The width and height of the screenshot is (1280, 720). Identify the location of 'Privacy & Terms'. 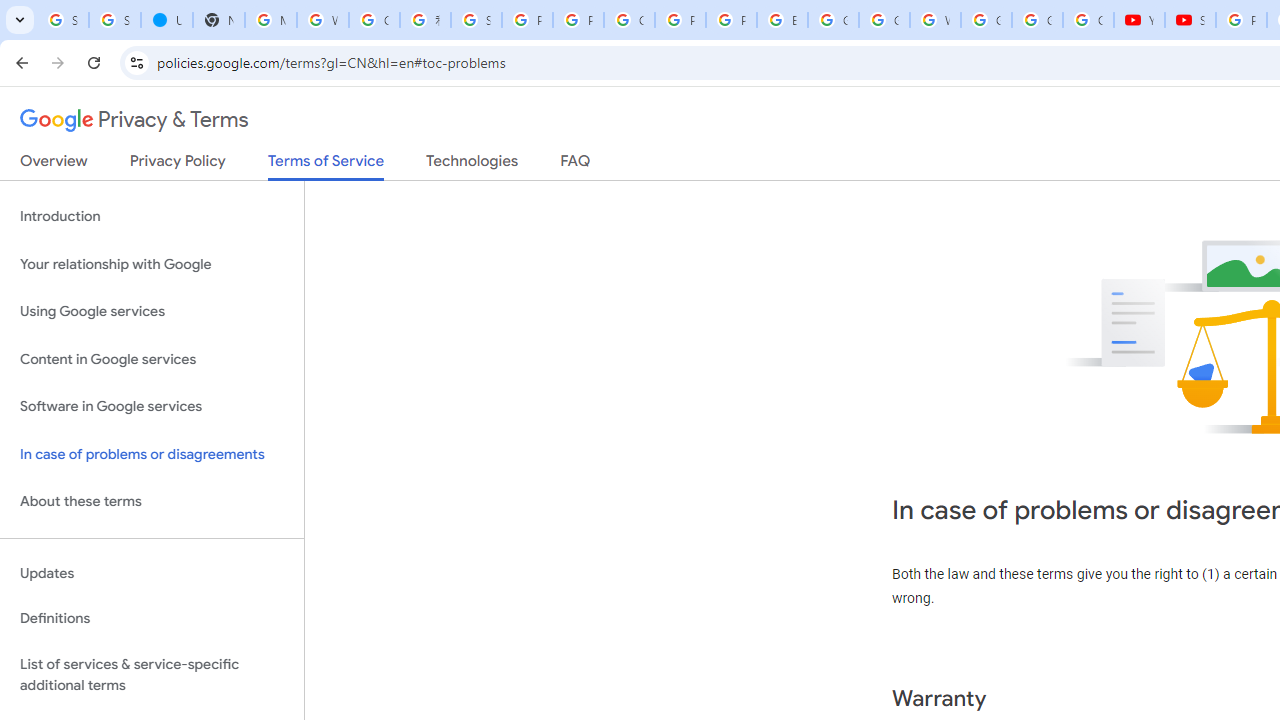
(134, 120).